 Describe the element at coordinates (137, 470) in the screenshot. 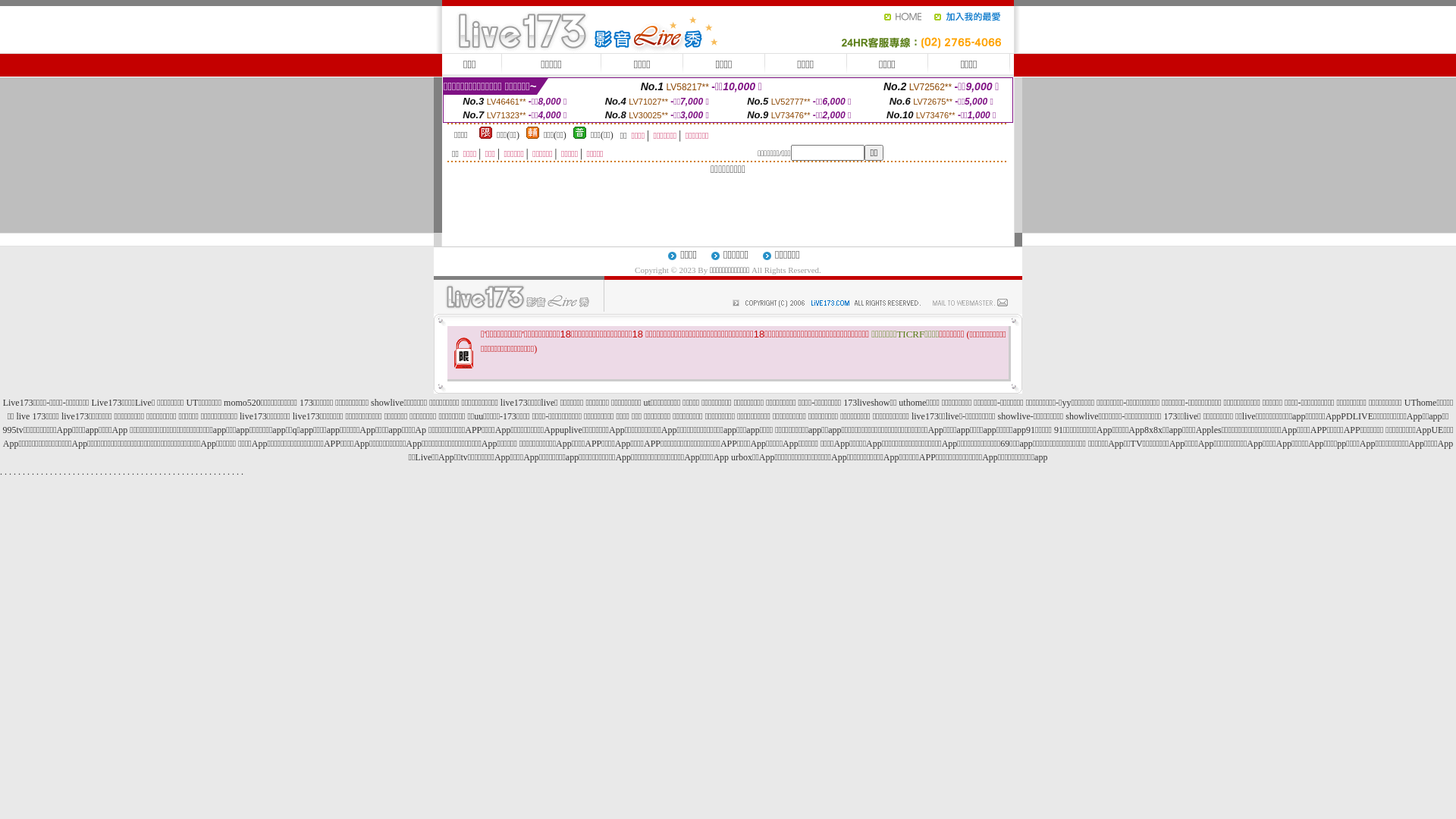

I see `'.'` at that location.